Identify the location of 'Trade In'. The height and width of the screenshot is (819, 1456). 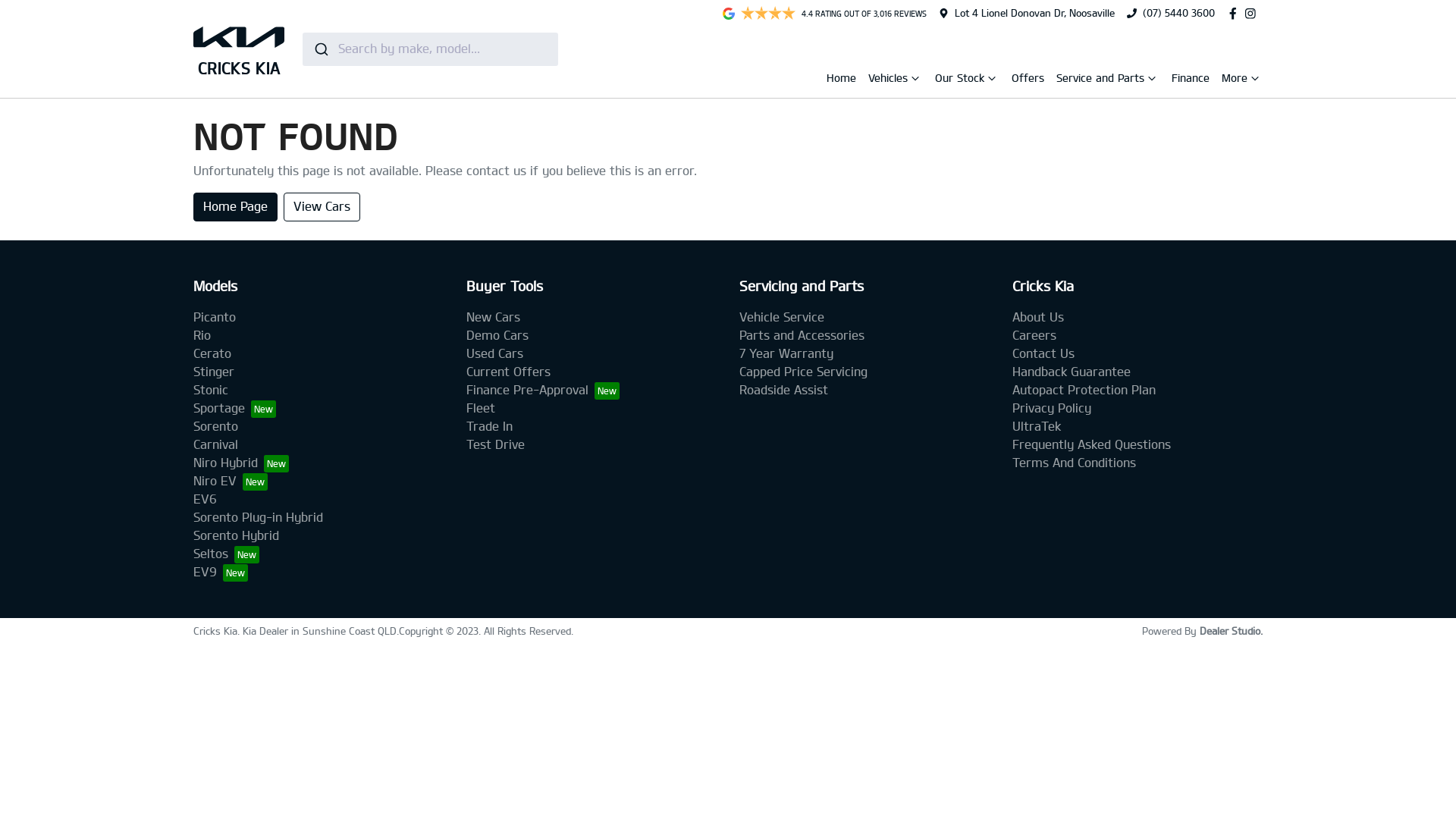
(489, 426).